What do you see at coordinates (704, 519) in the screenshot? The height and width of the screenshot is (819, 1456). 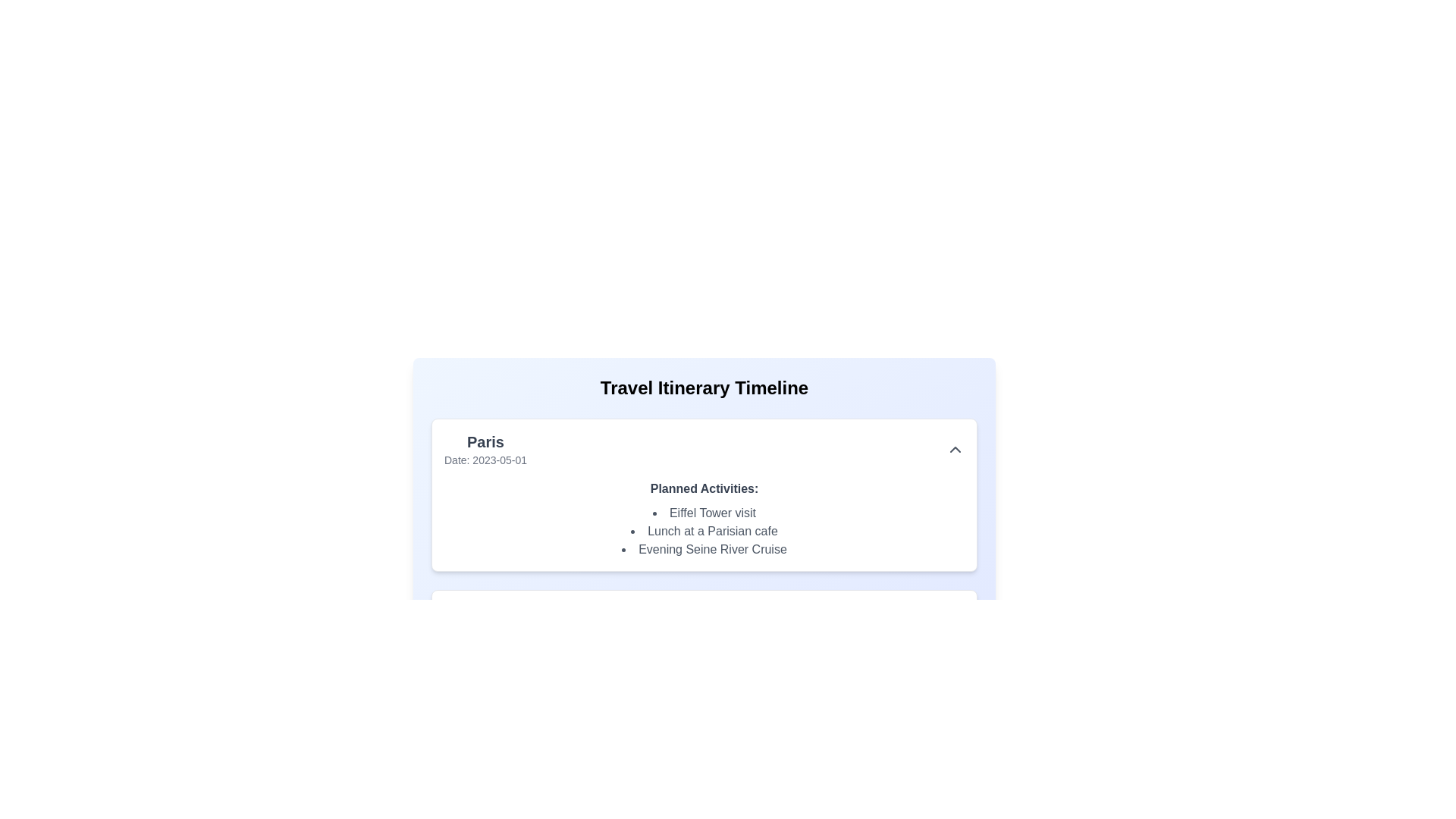 I see `the text content section labeled 'Planned Activities:' to interact with the list items below it, which include activities such as 'Eiffel Tower visit,' 'Lunch at a Parisian cafe,' and 'Evening Seine River Cruise.'` at bounding box center [704, 519].